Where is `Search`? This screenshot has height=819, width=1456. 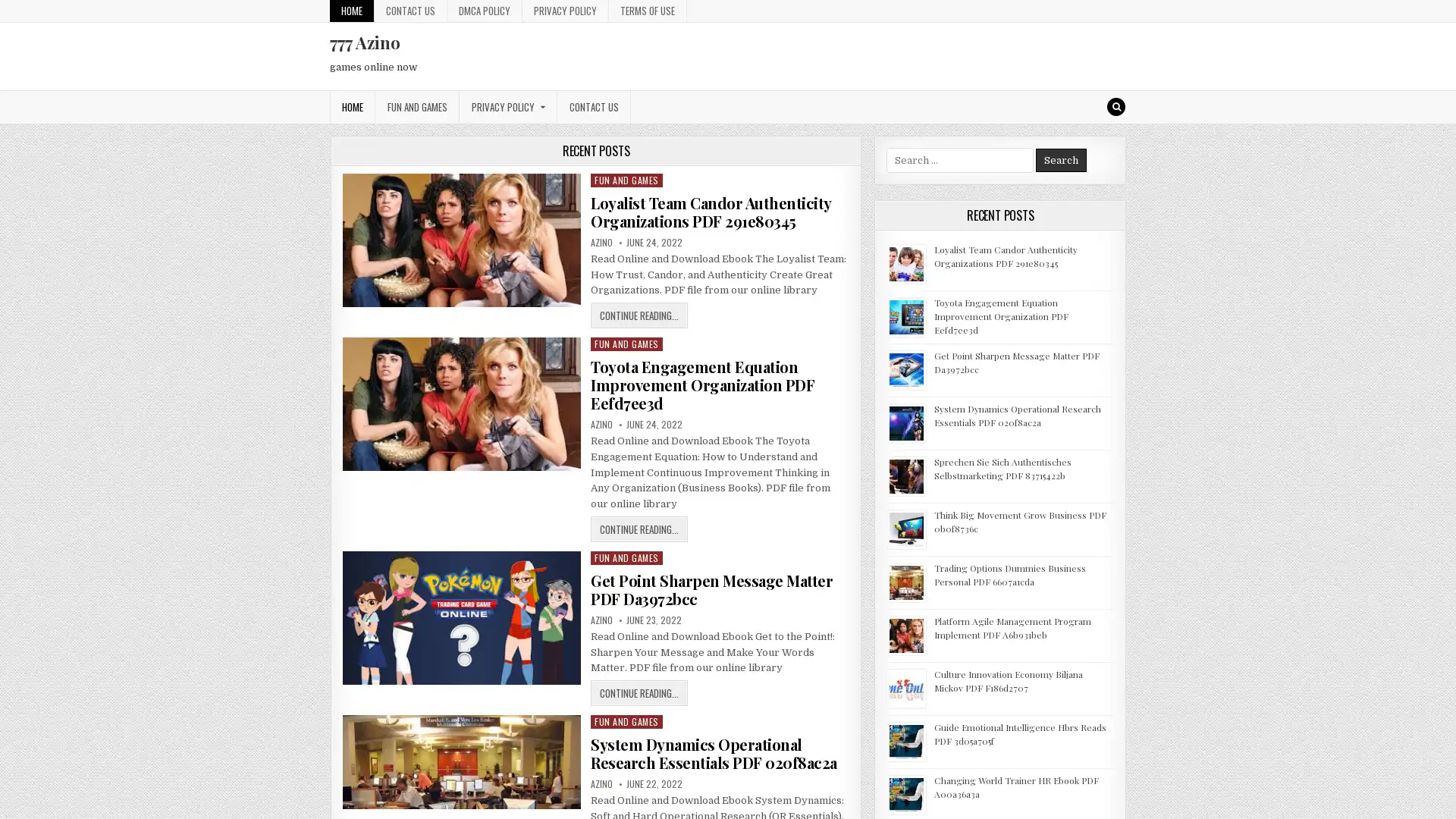
Search is located at coordinates (1060, 160).